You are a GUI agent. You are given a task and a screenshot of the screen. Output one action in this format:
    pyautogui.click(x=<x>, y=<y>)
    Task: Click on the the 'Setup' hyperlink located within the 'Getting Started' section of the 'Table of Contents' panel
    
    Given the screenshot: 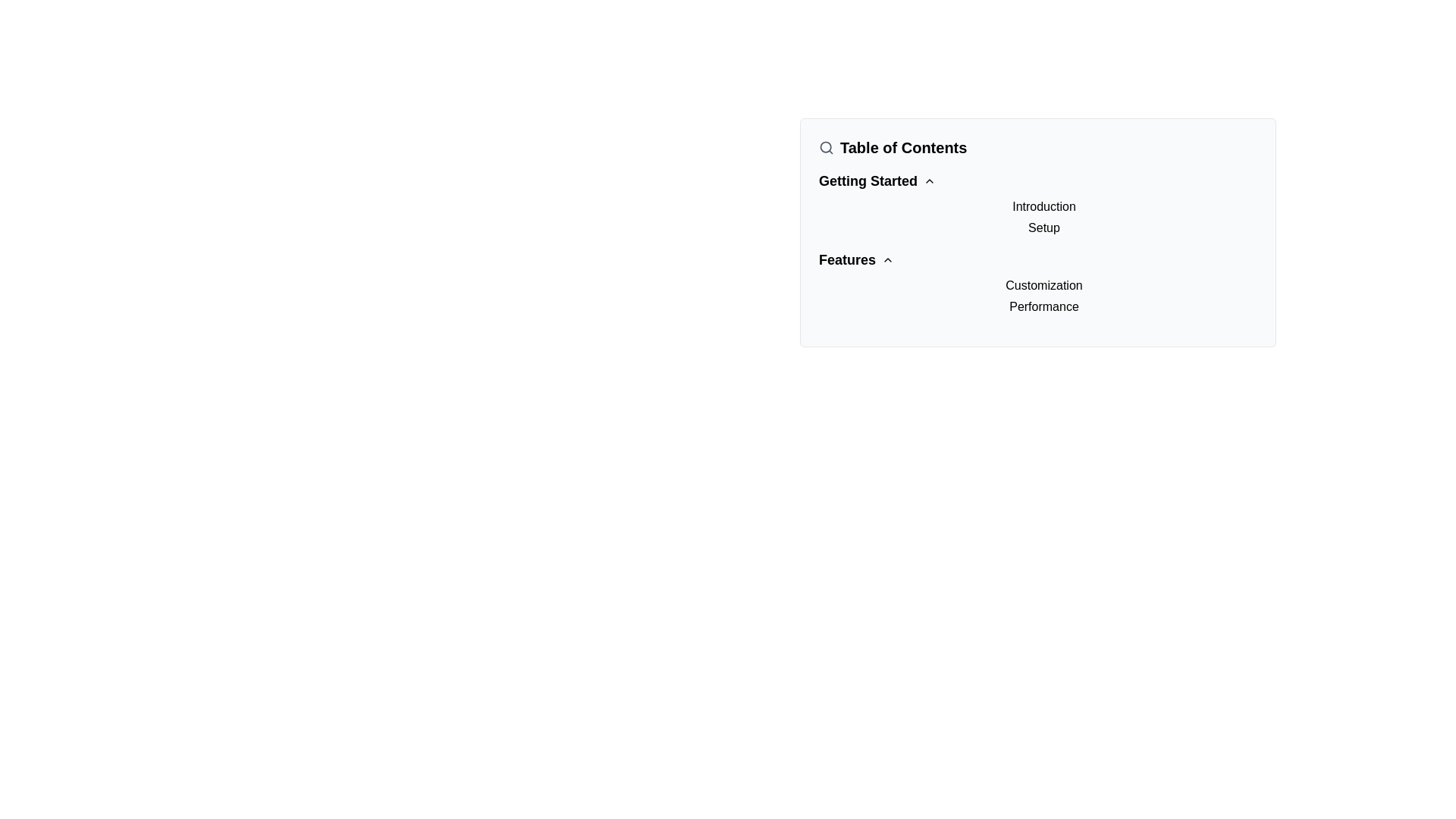 What is the action you would take?
    pyautogui.click(x=1043, y=227)
    